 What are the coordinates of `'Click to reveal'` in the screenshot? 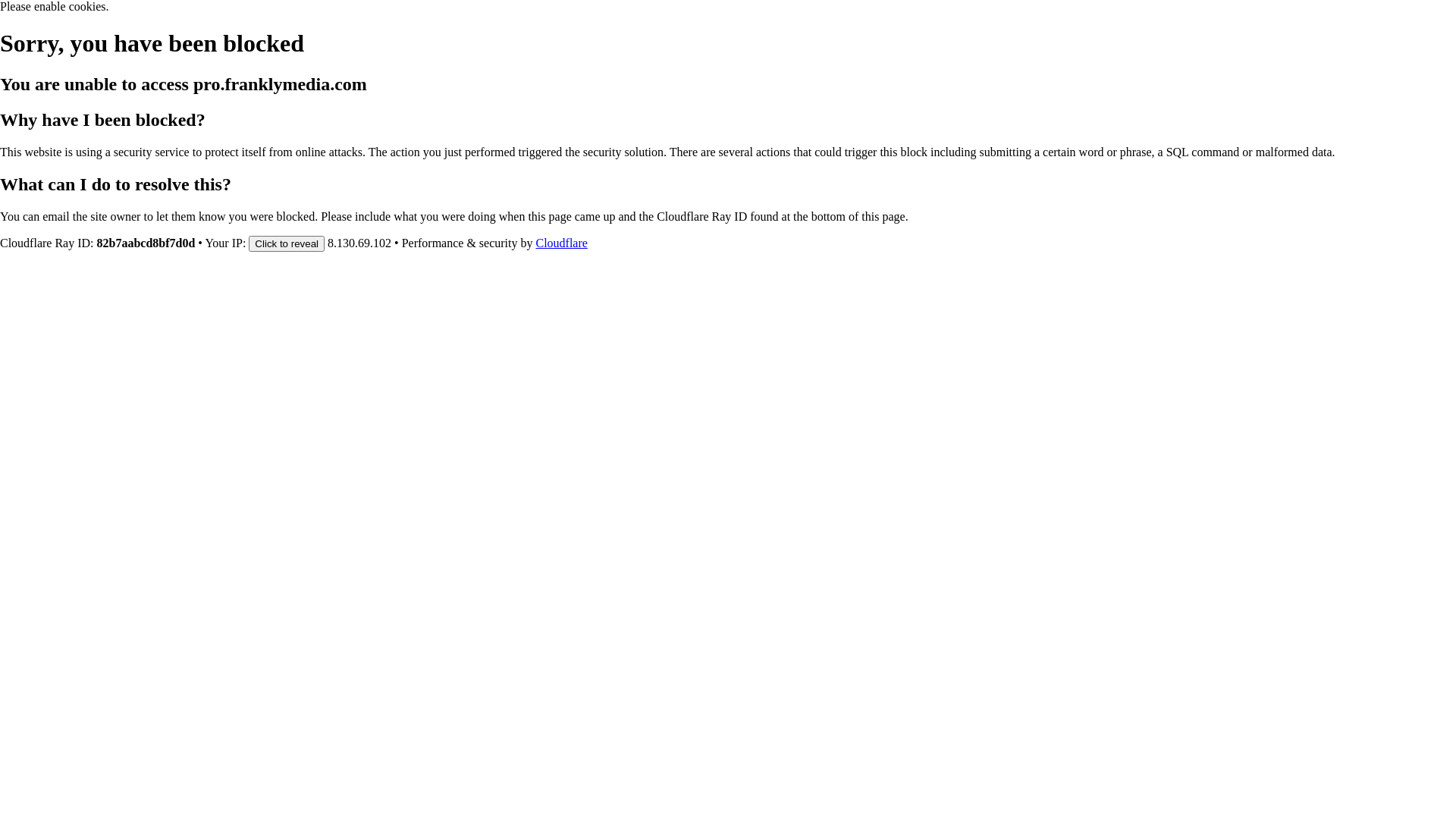 It's located at (287, 242).